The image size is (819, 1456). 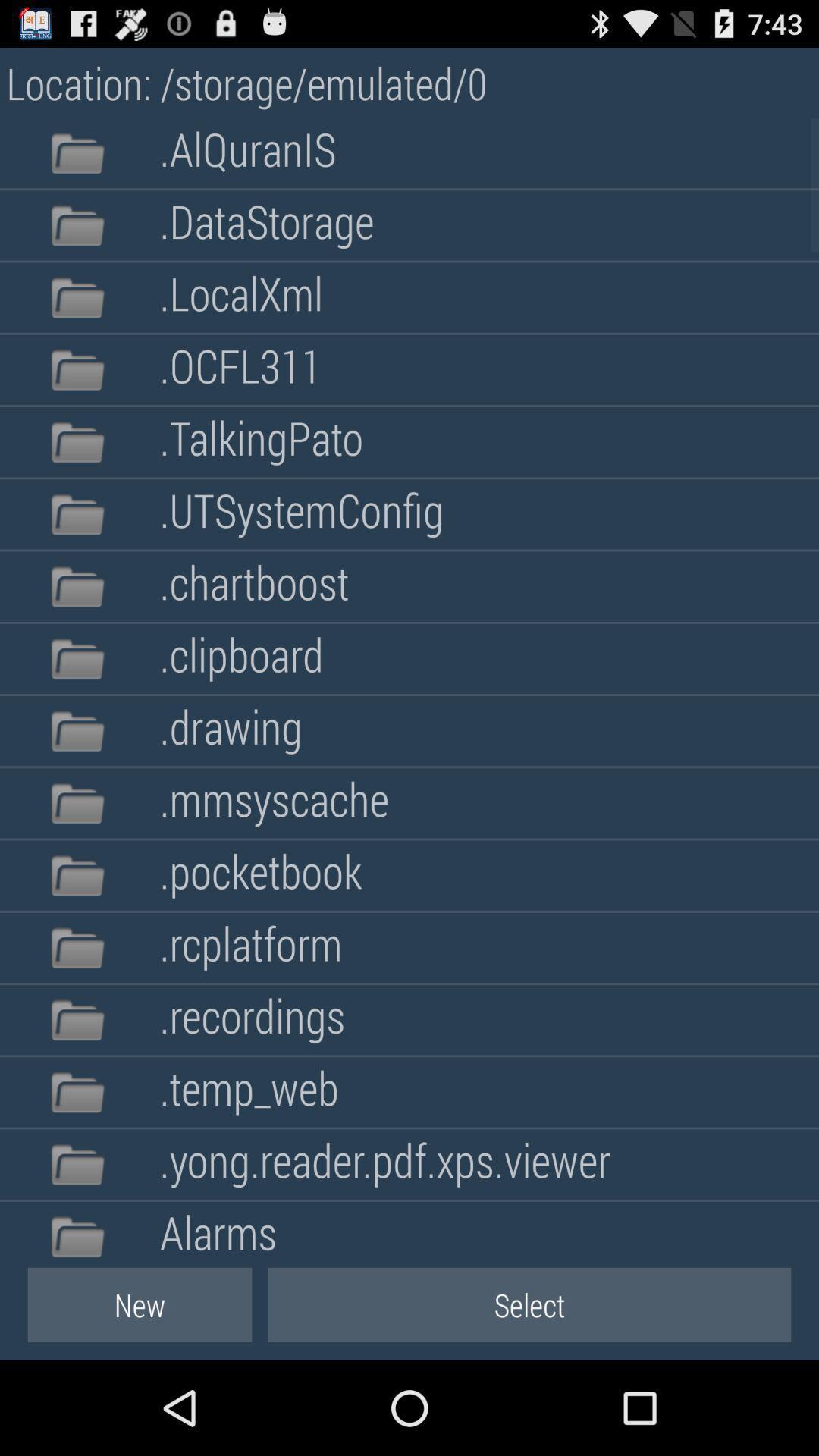 What do you see at coordinates (302, 514) in the screenshot?
I see `.utsystemconfig` at bounding box center [302, 514].